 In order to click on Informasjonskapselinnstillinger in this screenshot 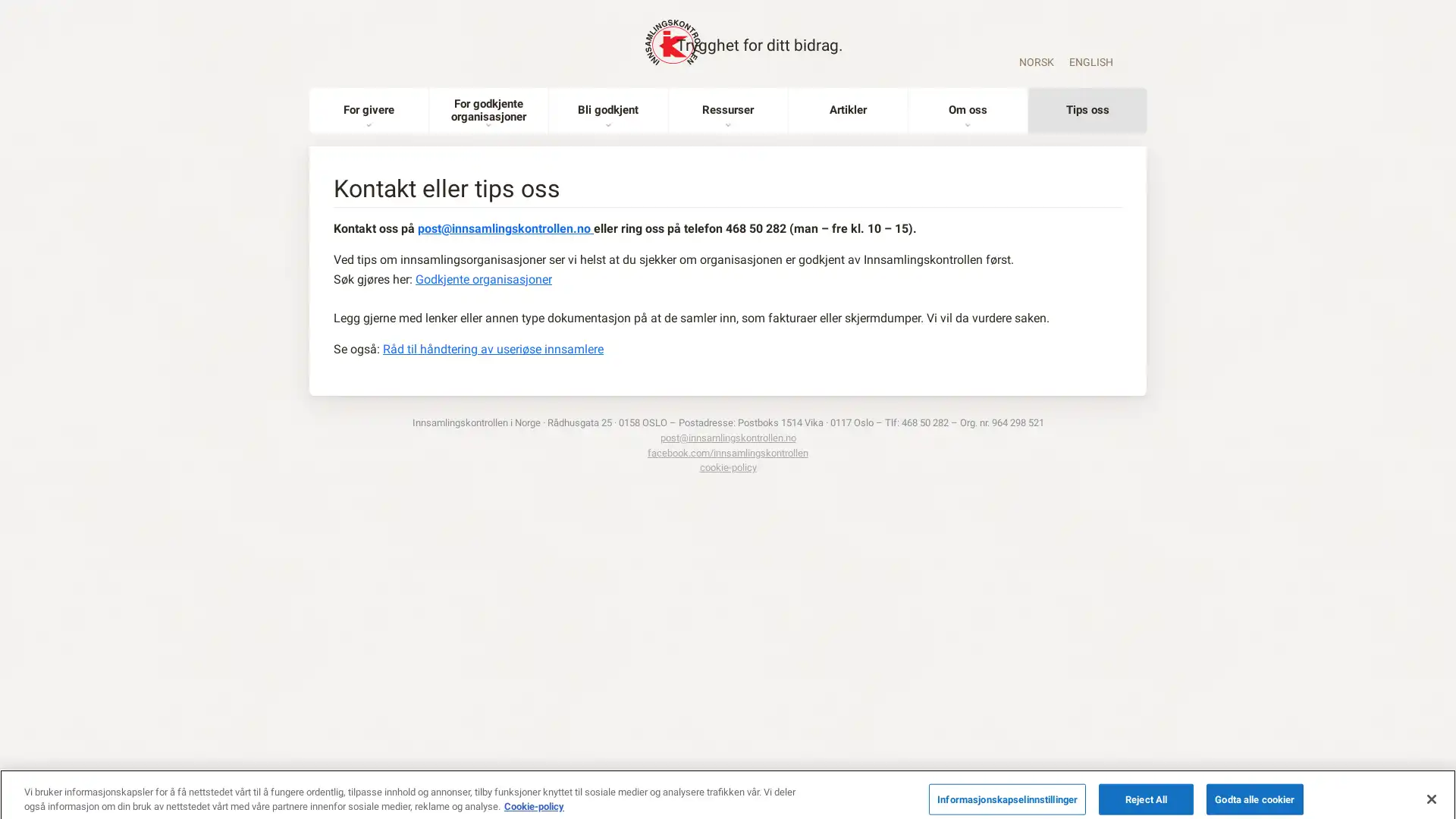, I will do `click(1007, 786)`.